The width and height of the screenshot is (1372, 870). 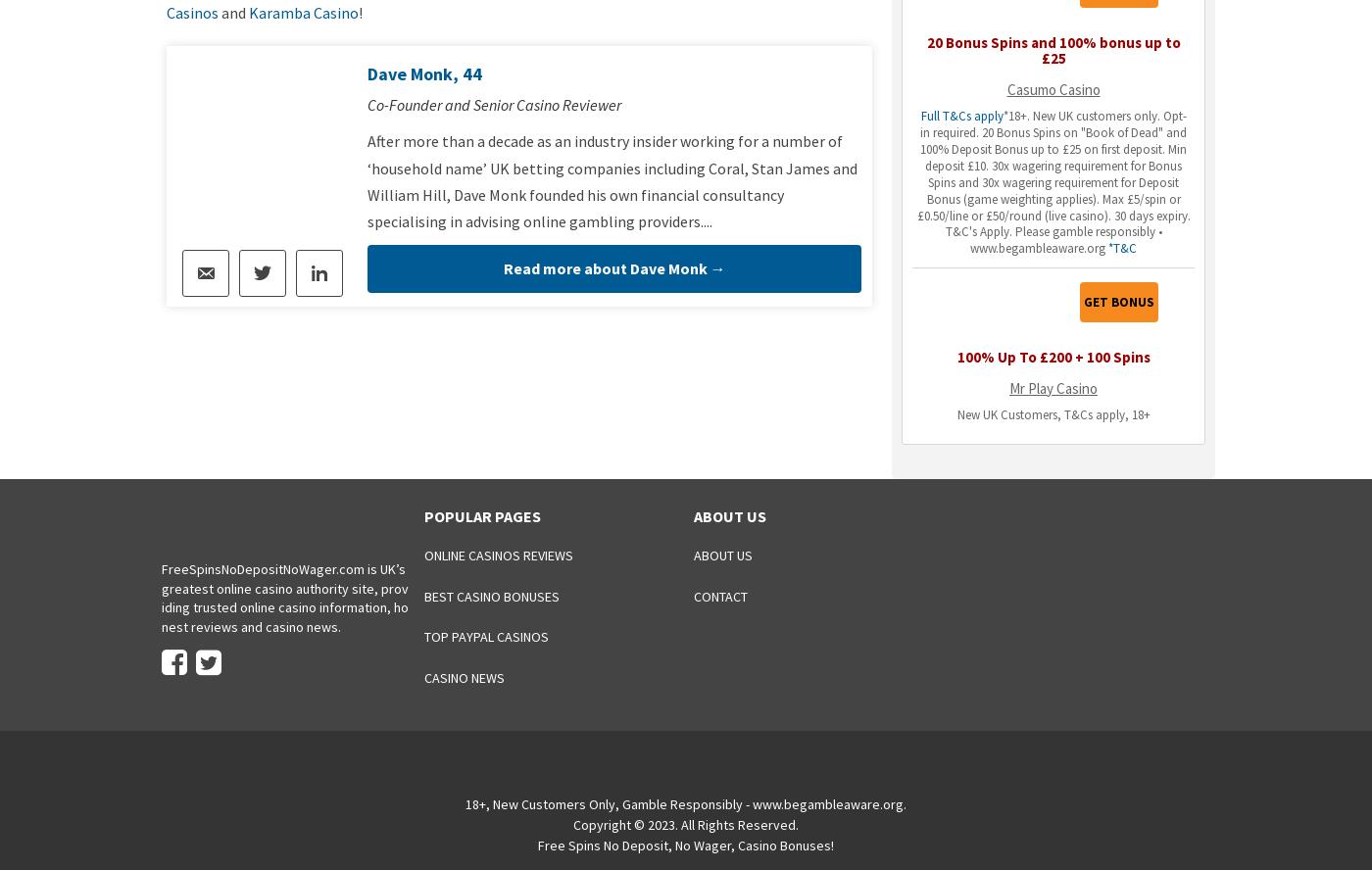 What do you see at coordinates (1118, 301) in the screenshot?
I see `'Get Bonus'` at bounding box center [1118, 301].